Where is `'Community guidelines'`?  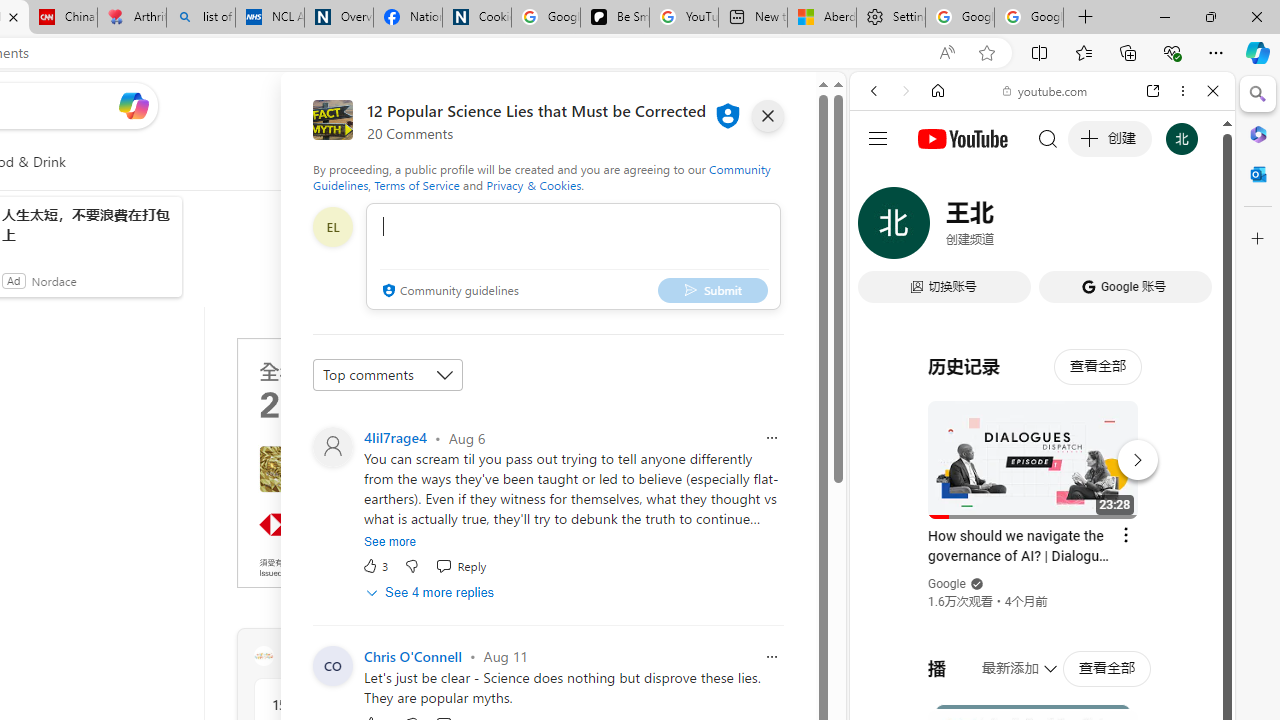
'Community guidelines' is located at coordinates (447, 291).